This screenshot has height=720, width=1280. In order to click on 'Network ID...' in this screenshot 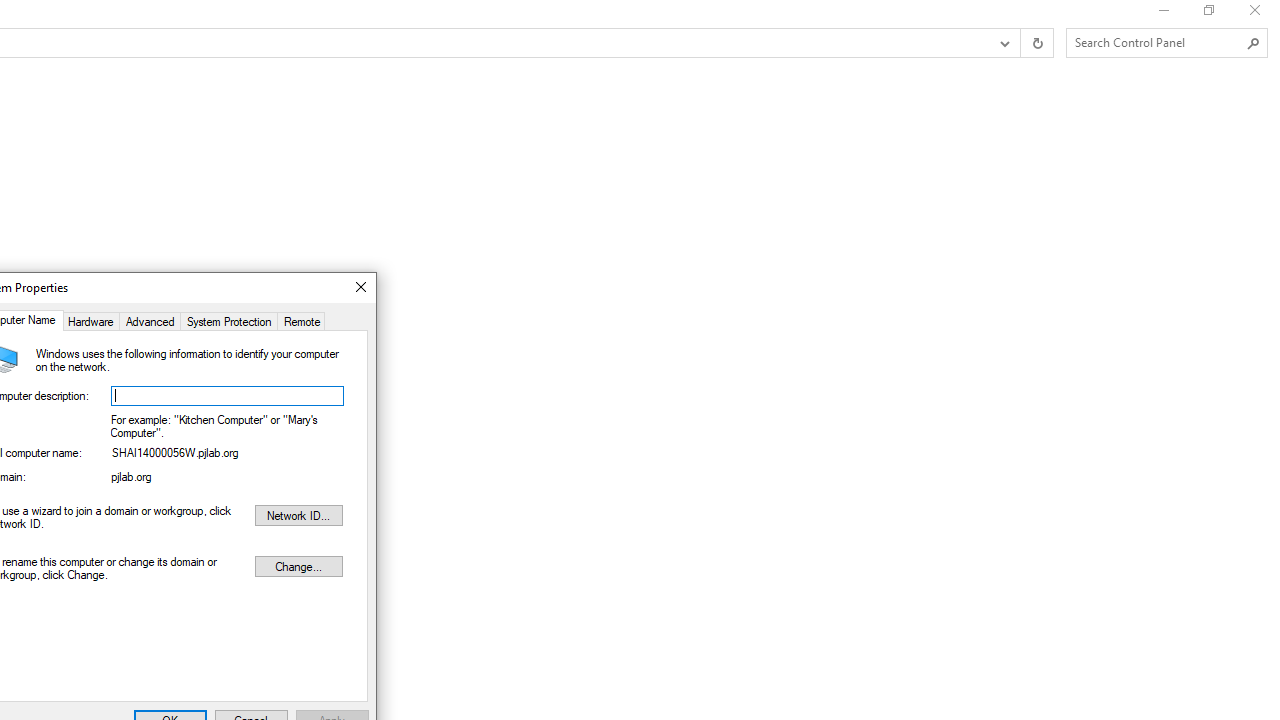, I will do `click(297, 514)`.